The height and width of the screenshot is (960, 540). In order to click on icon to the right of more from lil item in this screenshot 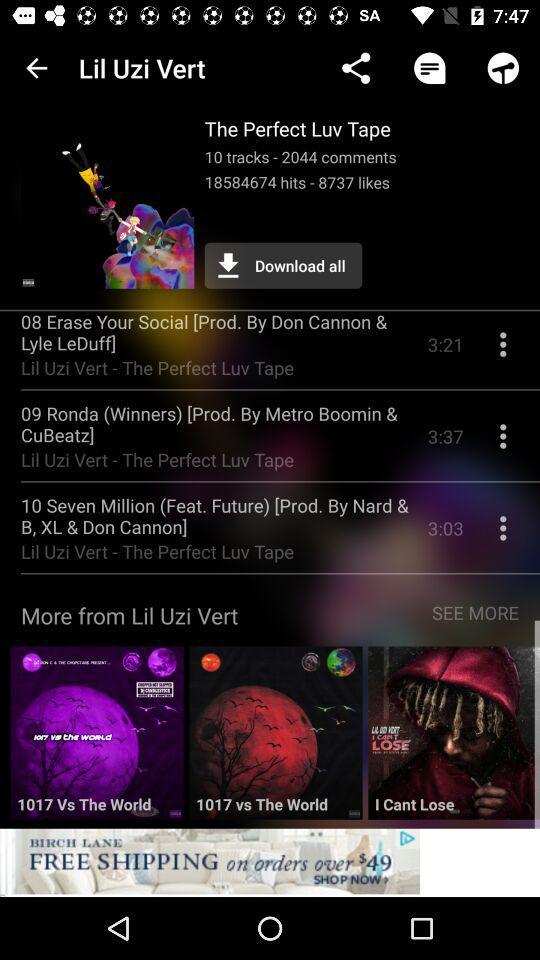, I will do `click(474, 619)`.